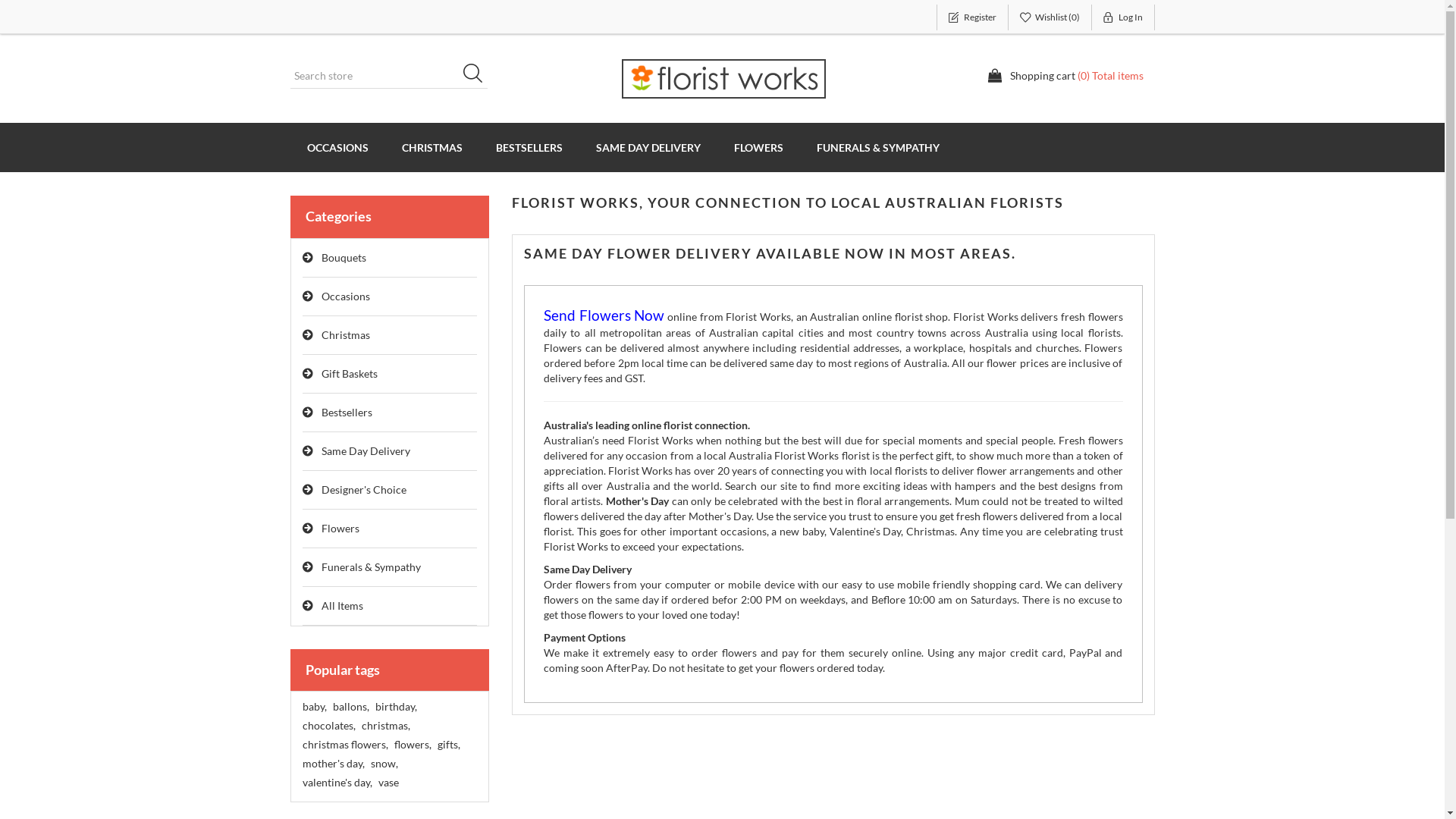 This screenshot has height=819, width=1456. What do you see at coordinates (1123, 17) in the screenshot?
I see `'Log In'` at bounding box center [1123, 17].